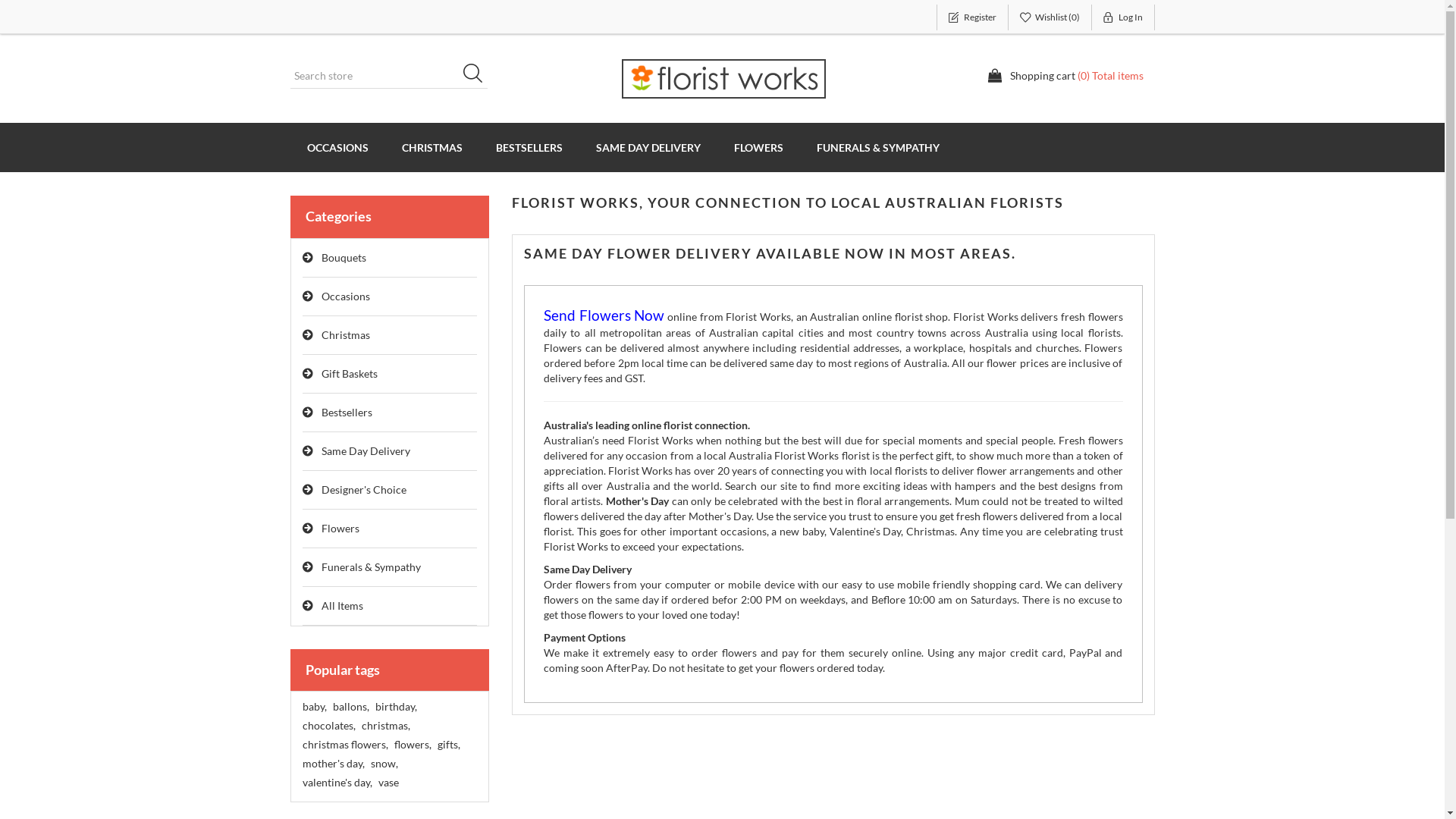 This screenshot has height=819, width=1456. What do you see at coordinates (1123, 17) in the screenshot?
I see `'Log In'` at bounding box center [1123, 17].